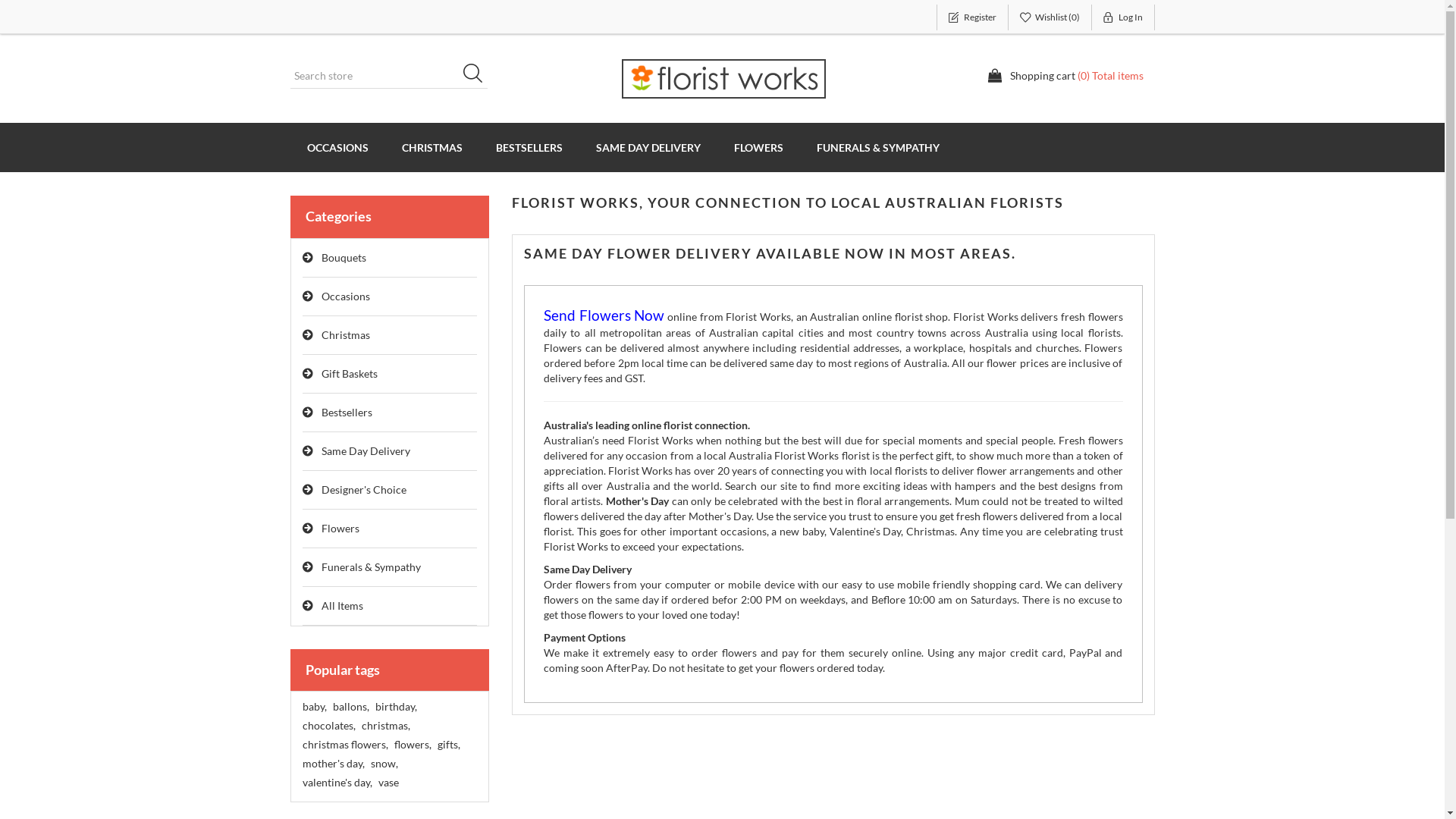 This screenshot has height=819, width=1456. What do you see at coordinates (1123, 17) in the screenshot?
I see `'Log In'` at bounding box center [1123, 17].